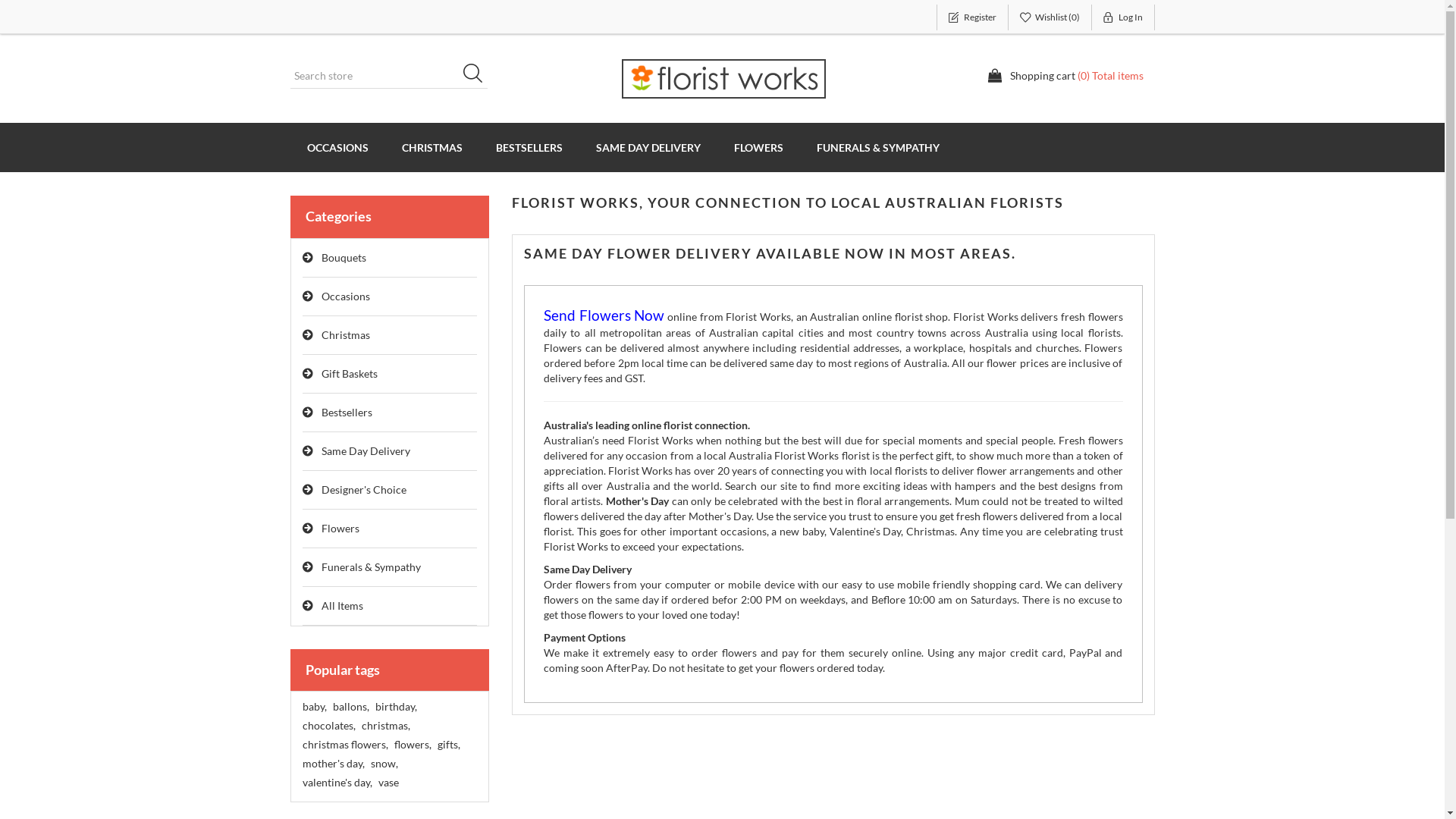 This screenshot has height=819, width=1456. What do you see at coordinates (1123, 17) in the screenshot?
I see `'Log In'` at bounding box center [1123, 17].